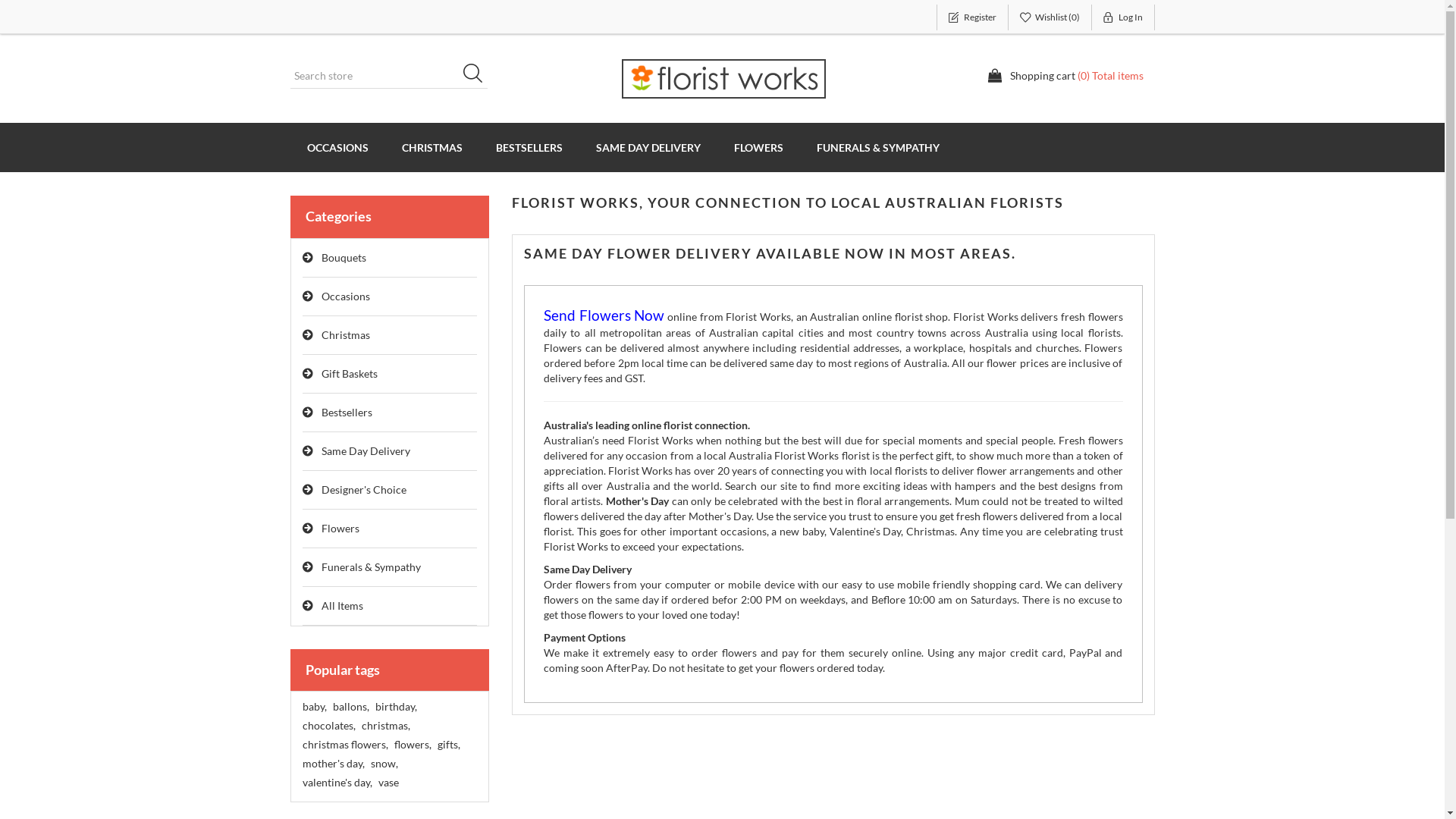 This screenshot has height=819, width=1456. What do you see at coordinates (1123, 17) in the screenshot?
I see `'Log In'` at bounding box center [1123, 17].